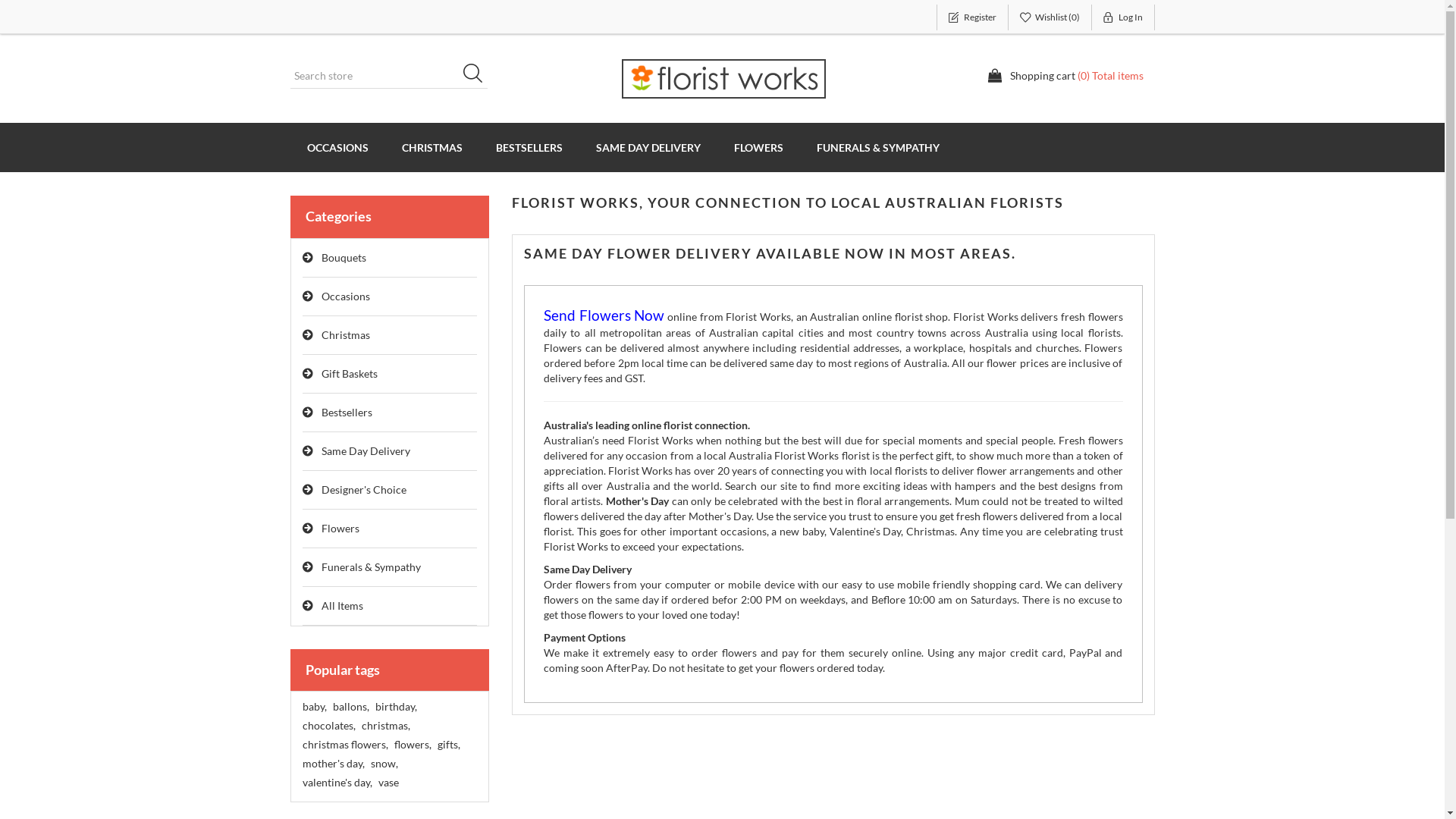 This screenshot has height=819, width=1456. What do you see at coordinates (1123, 17) in the screenshot?
I see `'Log In'` at bounding box center [1123, 17].